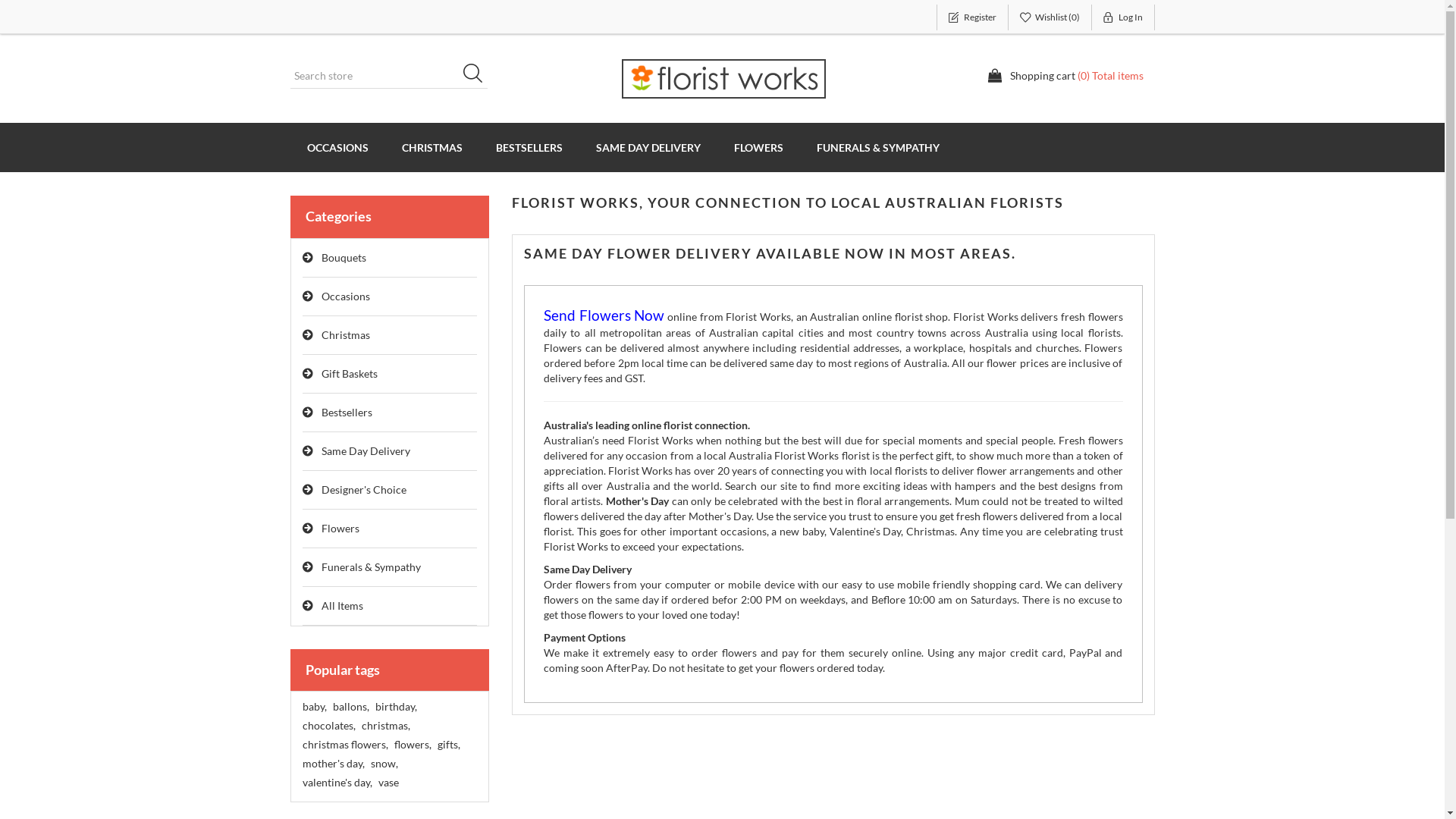 This screenshot has height=819, width=1456. What do you see at coordinates (1123, 17) in the screenshot?
I see `'Log In'` at bounding box center [1123, 17].